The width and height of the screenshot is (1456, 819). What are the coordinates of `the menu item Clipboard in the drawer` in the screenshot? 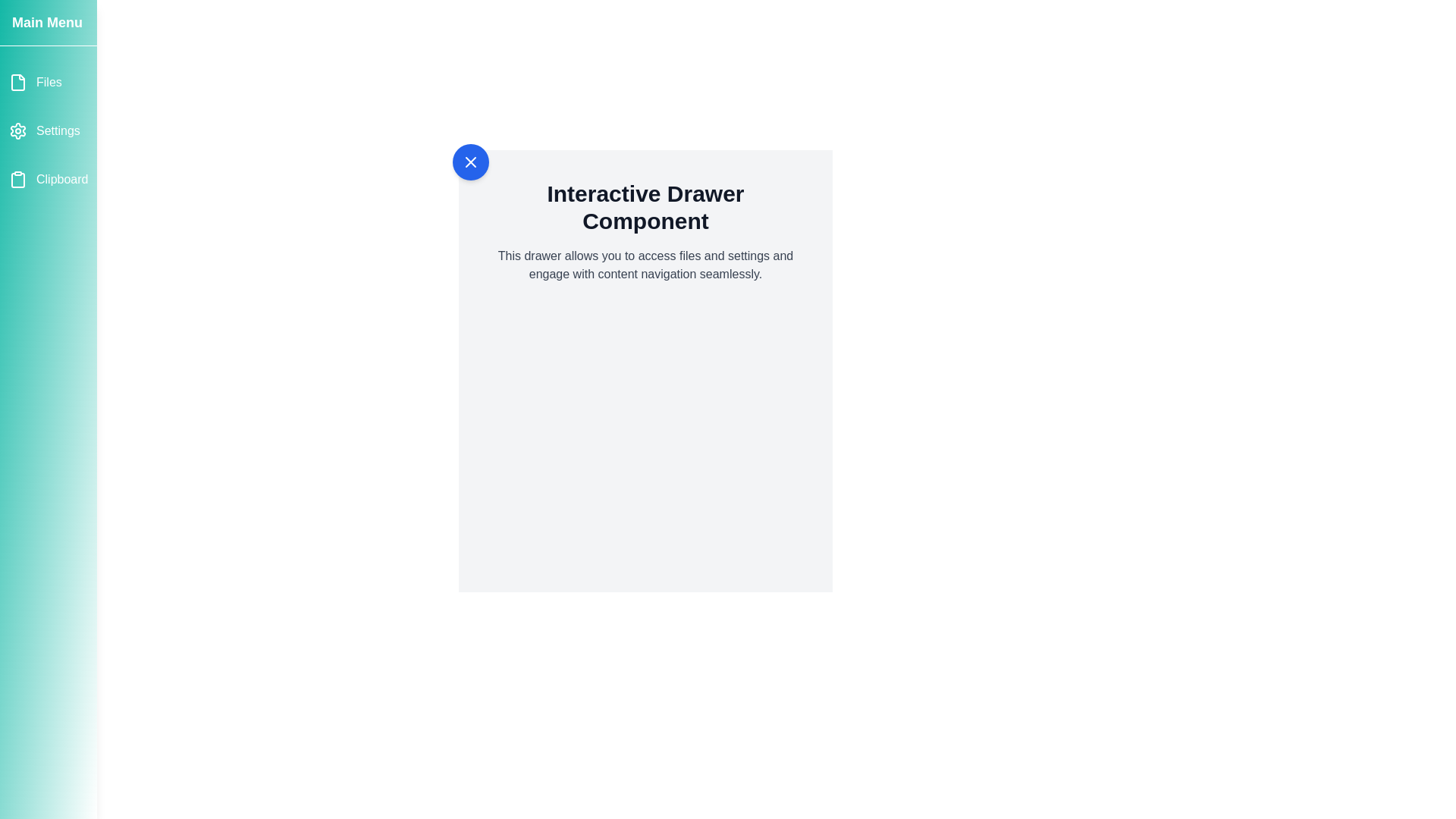 It's located at (48, 178).